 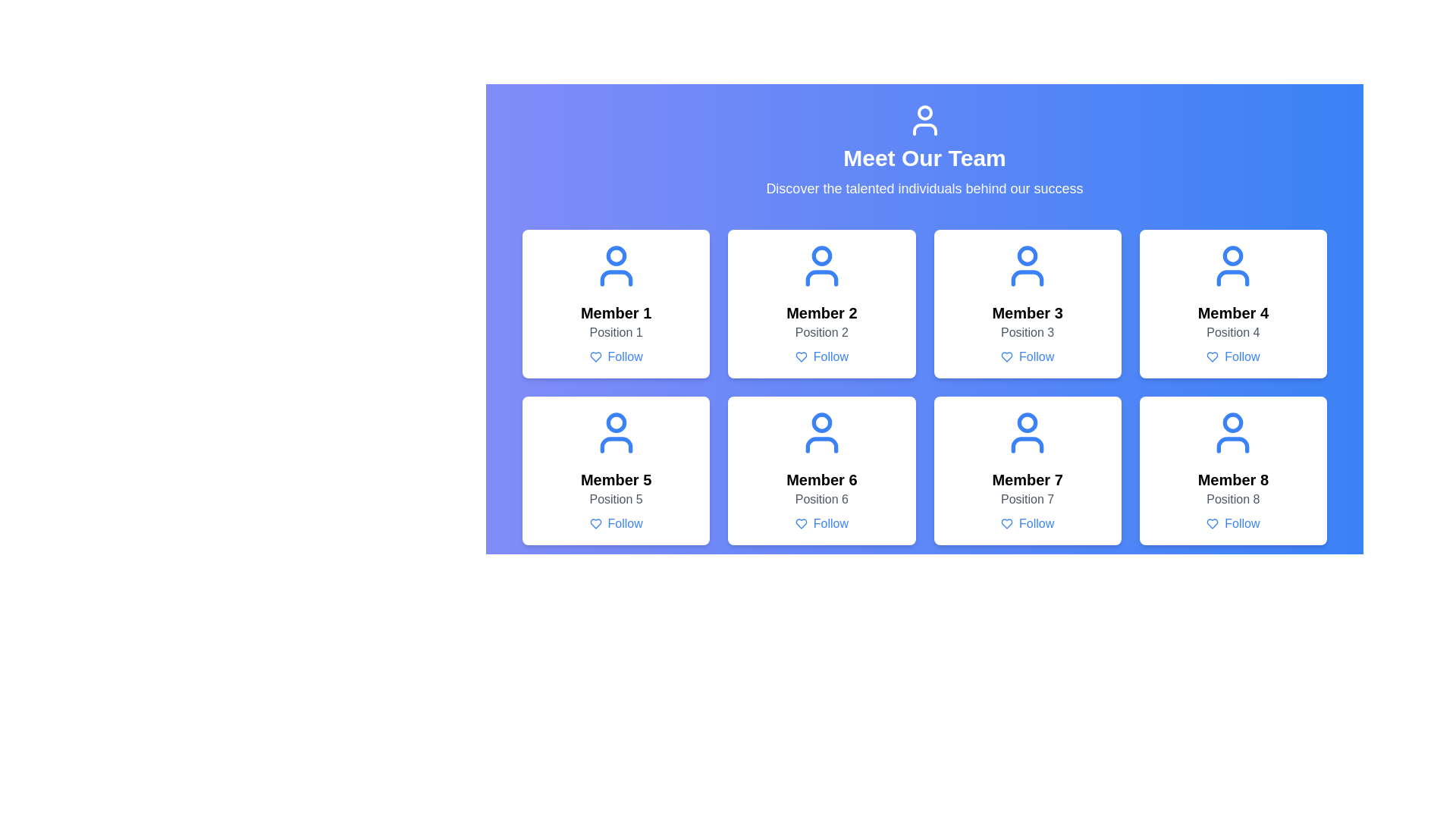 What do you see at coordinates (1028, 432) in the screenshot?
I see `the user profile icon located within the card labeled 'Member 7', positioned above the text 'Position 7' and 'Follow'` at bounding box center [1028, 432].